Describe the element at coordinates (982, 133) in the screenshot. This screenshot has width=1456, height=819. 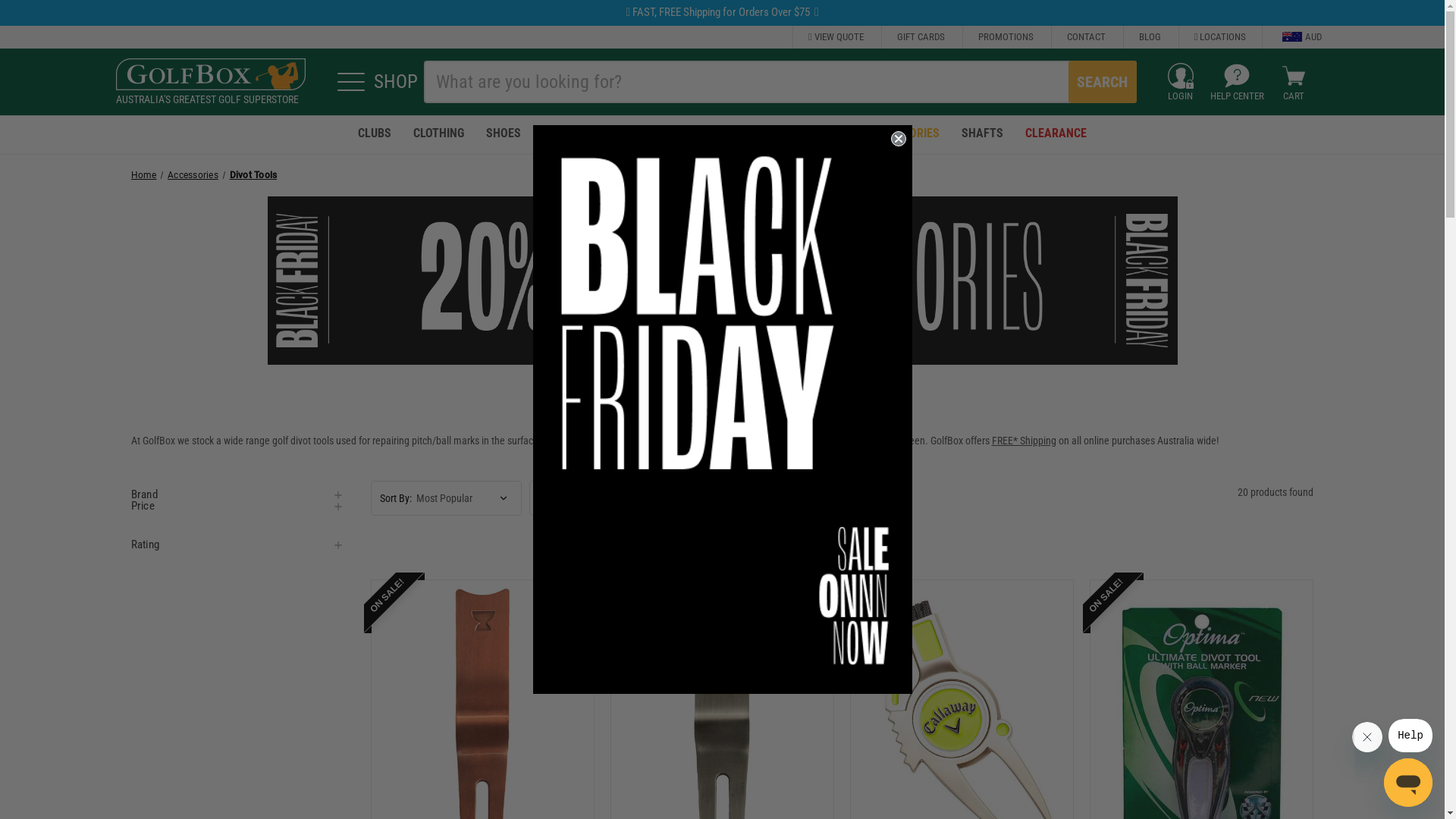
I see `'SHAFTS'` at that location.